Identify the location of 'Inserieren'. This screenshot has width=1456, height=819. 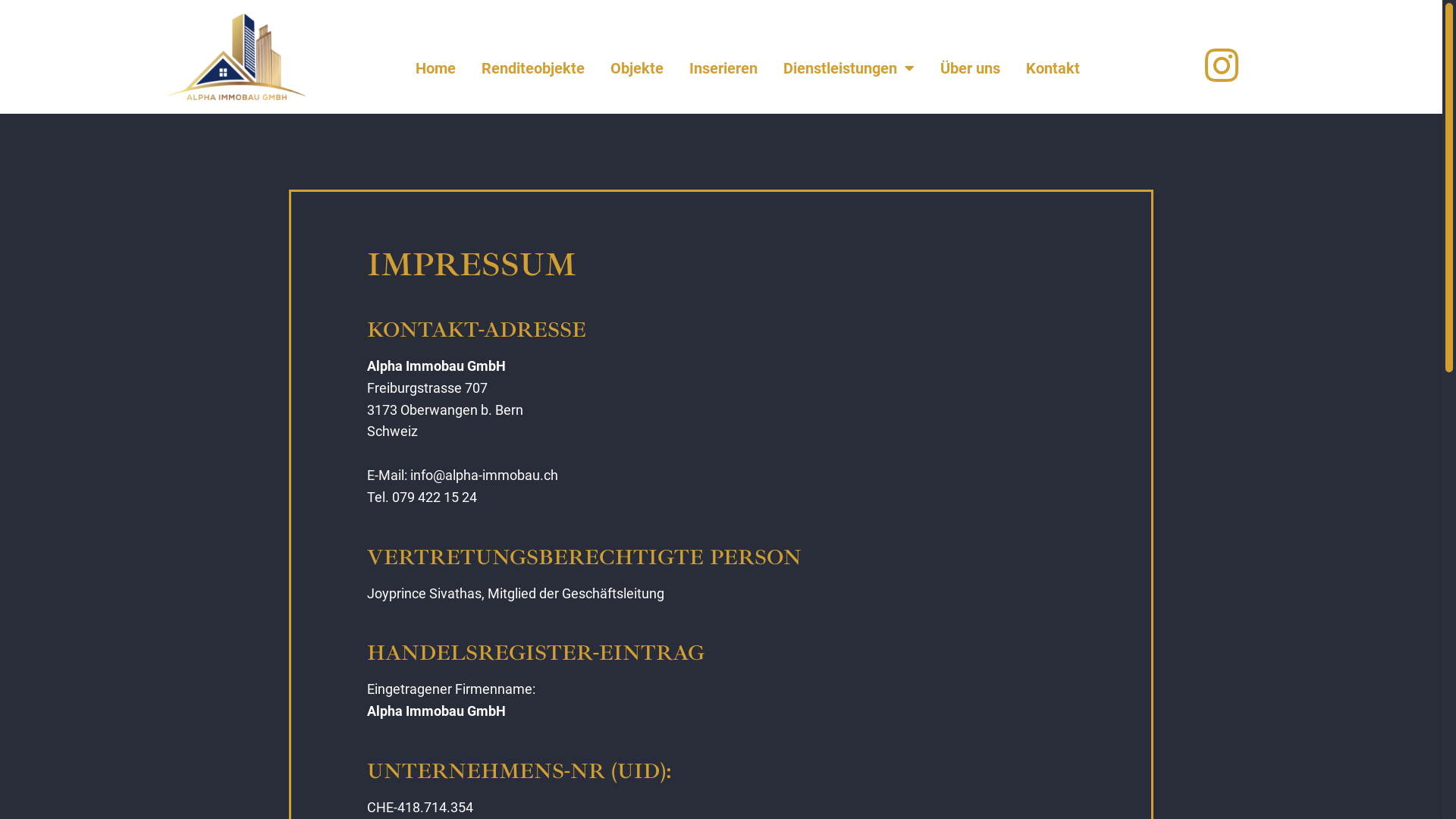
(723, 67).